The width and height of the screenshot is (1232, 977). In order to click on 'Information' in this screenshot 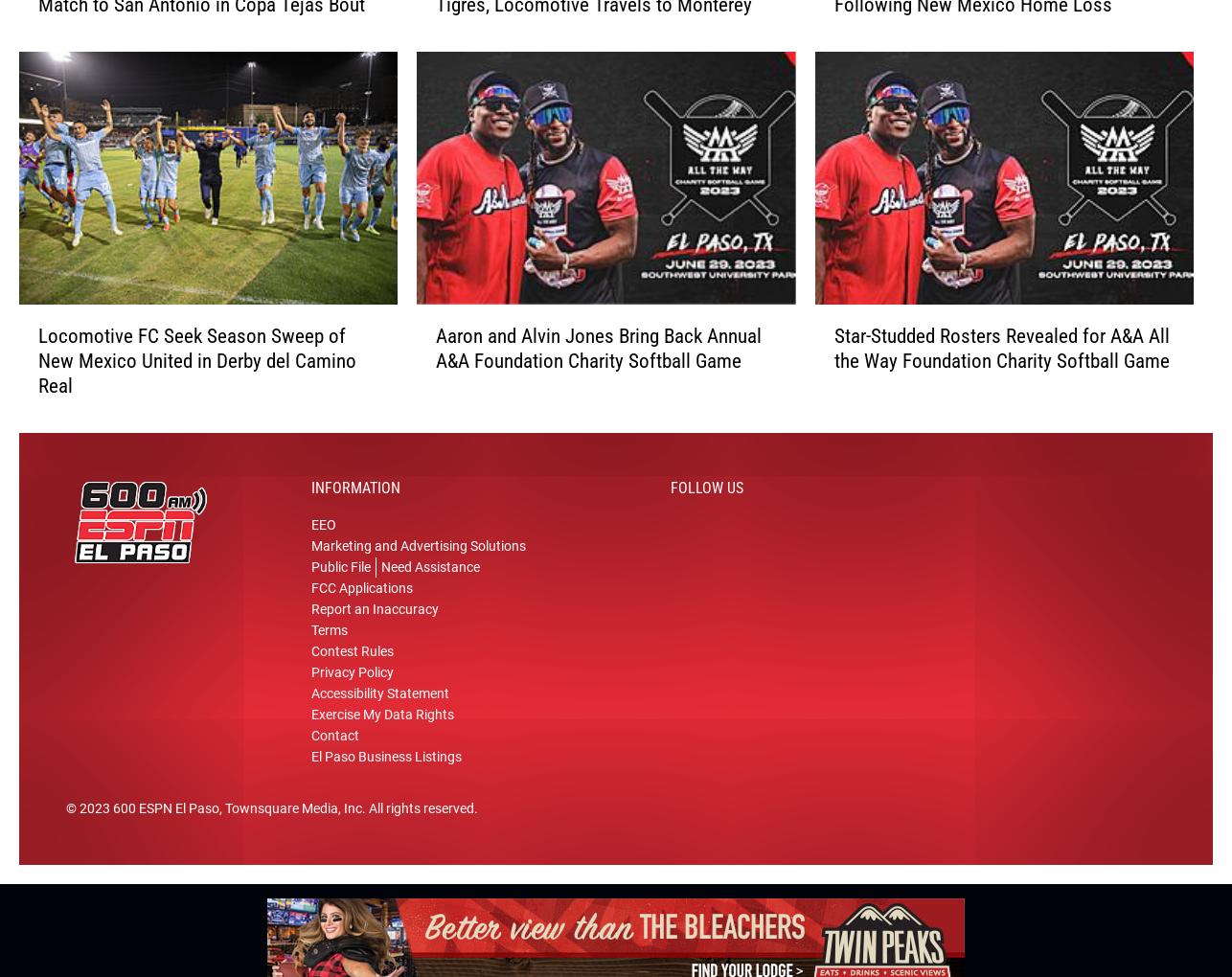, I will do `click(354, 494)`.